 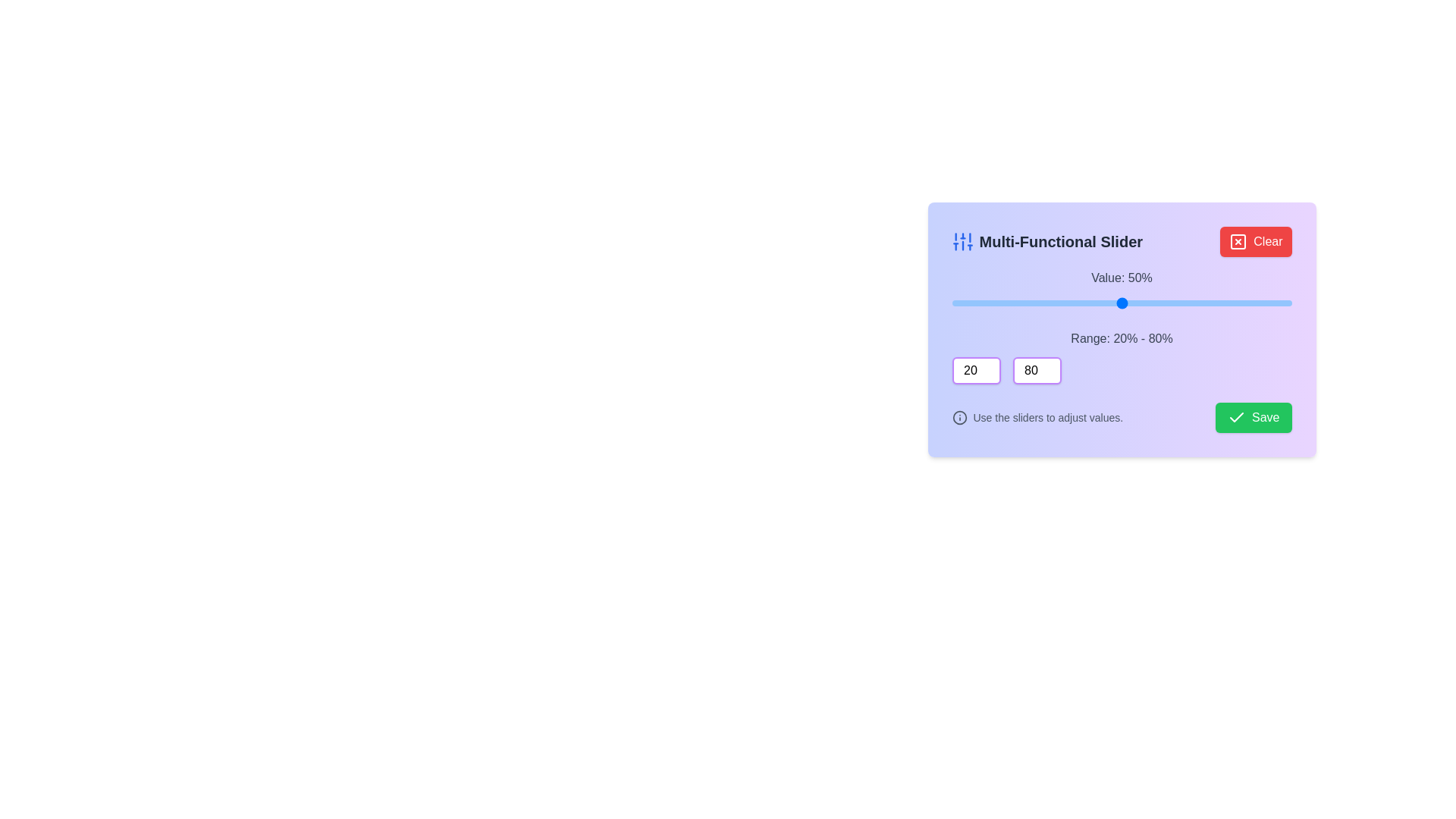 What do you see at coordinates (1122, 338) in the screenshot?
I see `the Text Label displaying 'Range: 20% - 80%' with gray font in the main control panel` at bounding box center [1122, 338].